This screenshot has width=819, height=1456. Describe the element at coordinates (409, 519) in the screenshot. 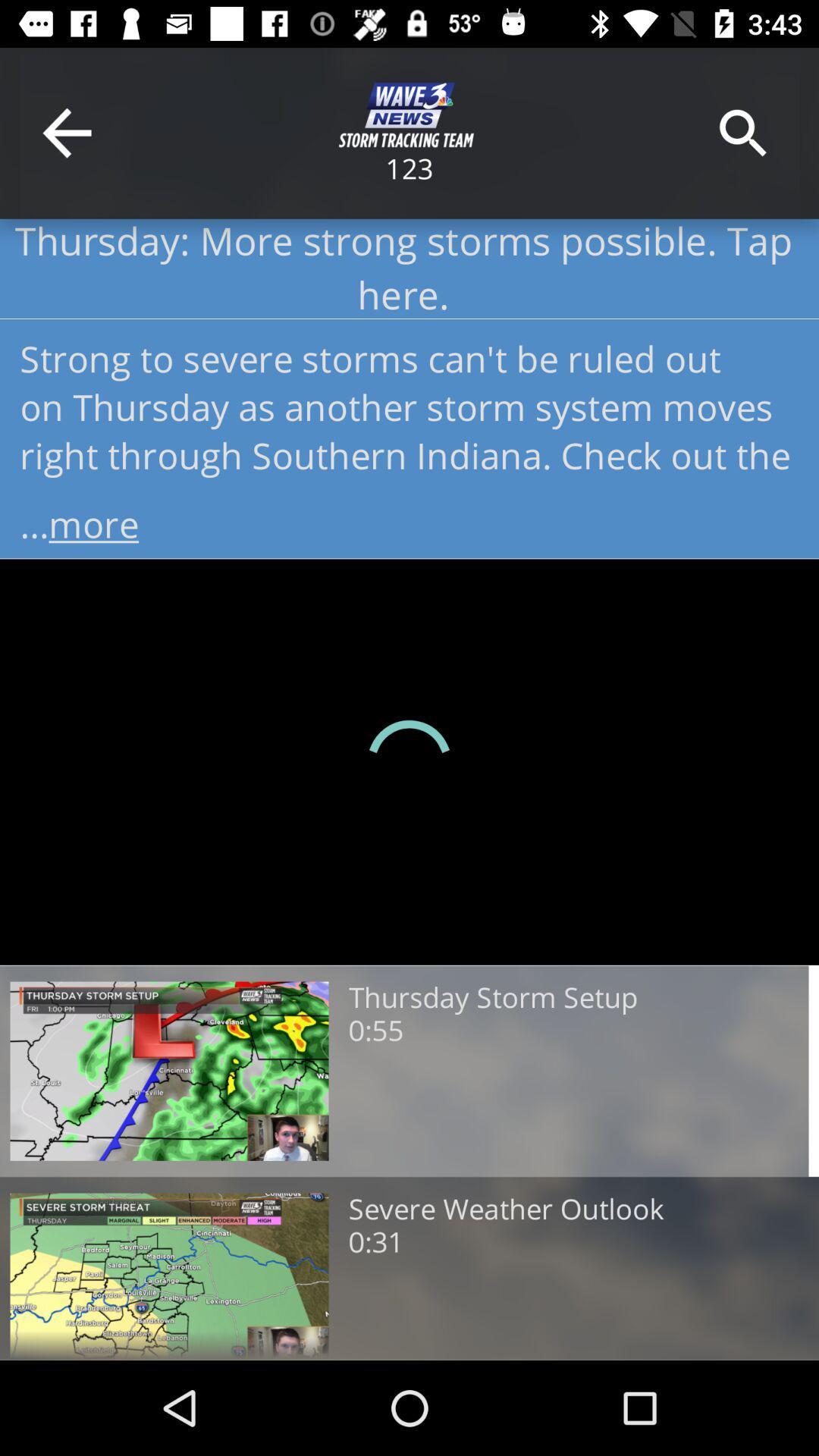

I see `the item below strong to severe` at that location.